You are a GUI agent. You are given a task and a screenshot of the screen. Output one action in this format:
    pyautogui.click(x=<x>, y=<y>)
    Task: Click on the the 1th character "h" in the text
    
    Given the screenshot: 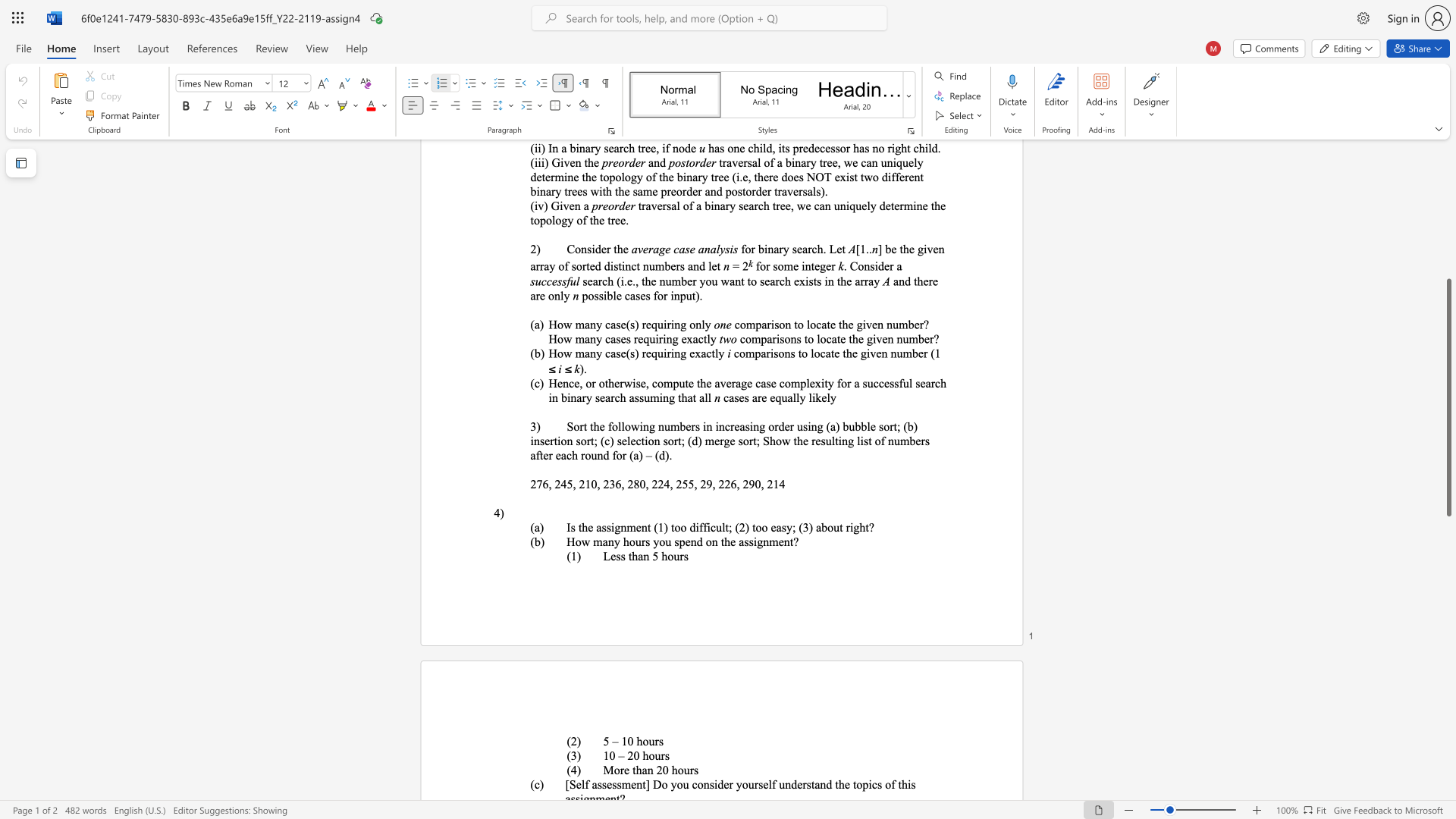 What is the action you would take?
    pyautogui.click(x=635, y=556)
    